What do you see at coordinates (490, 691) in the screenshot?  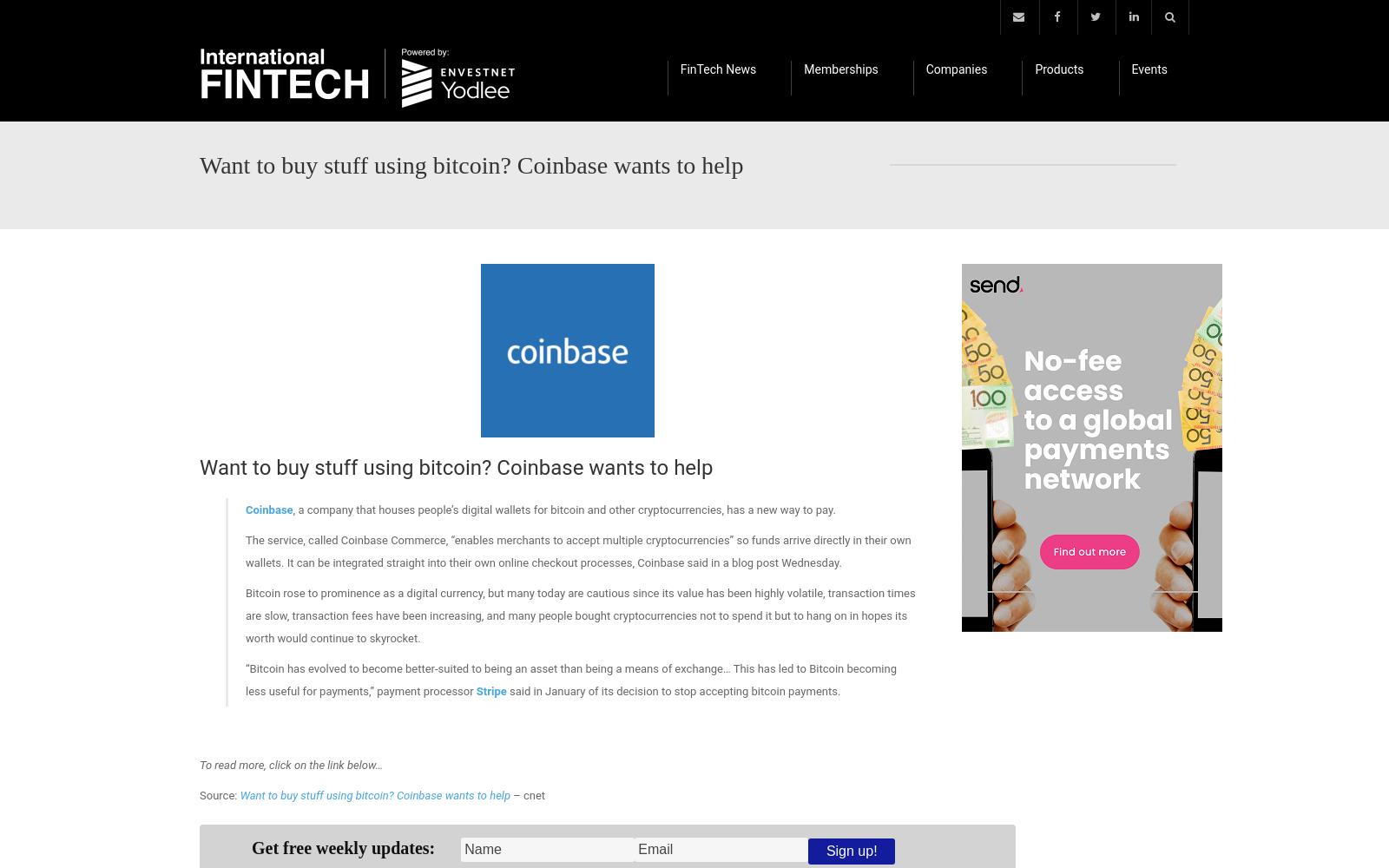 I see `'Stripe'` at bounding box center [490, 691].